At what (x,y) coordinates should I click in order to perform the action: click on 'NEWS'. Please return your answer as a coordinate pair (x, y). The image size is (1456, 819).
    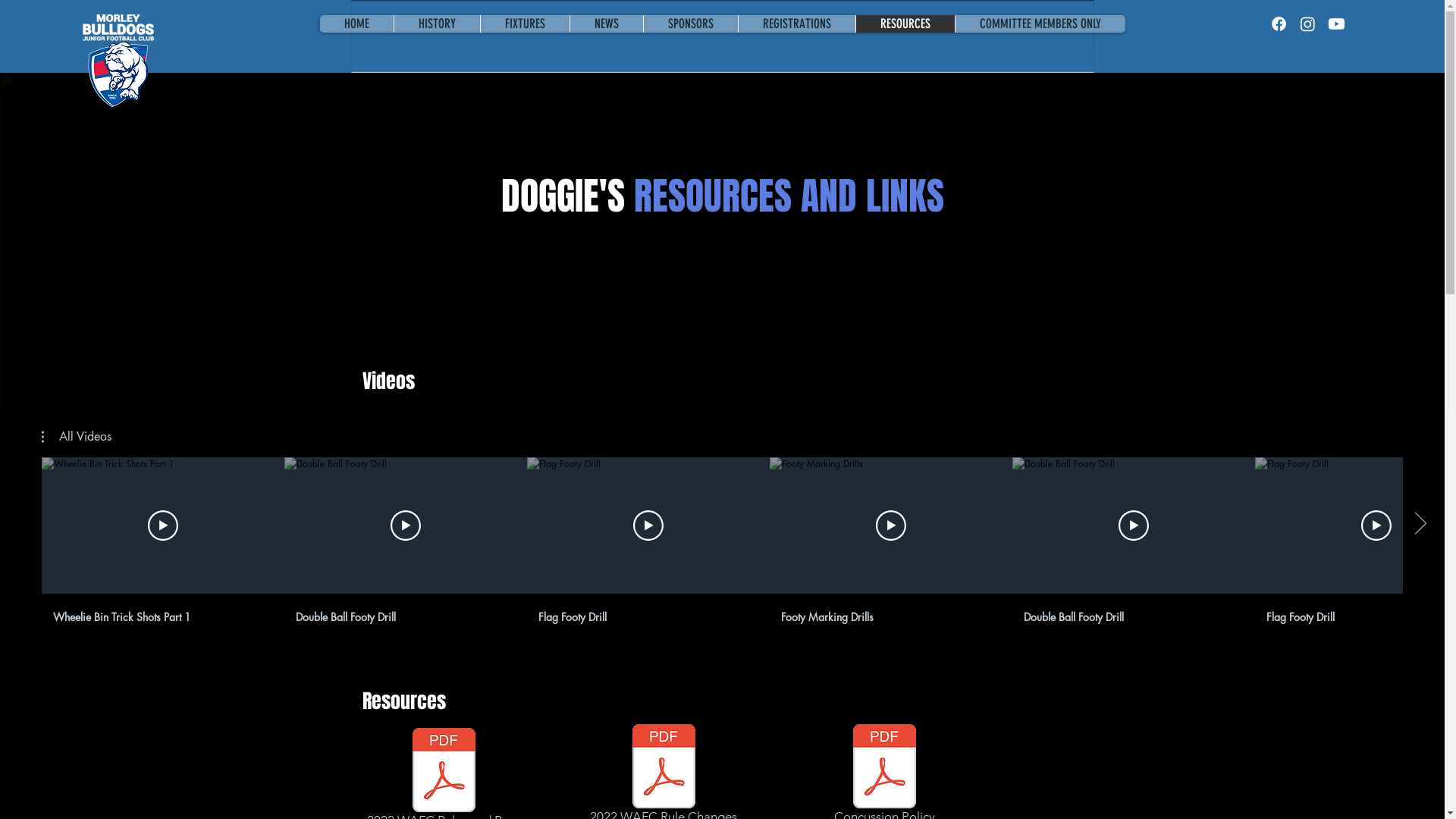
    Looking at the image, I should click on (567, 24).